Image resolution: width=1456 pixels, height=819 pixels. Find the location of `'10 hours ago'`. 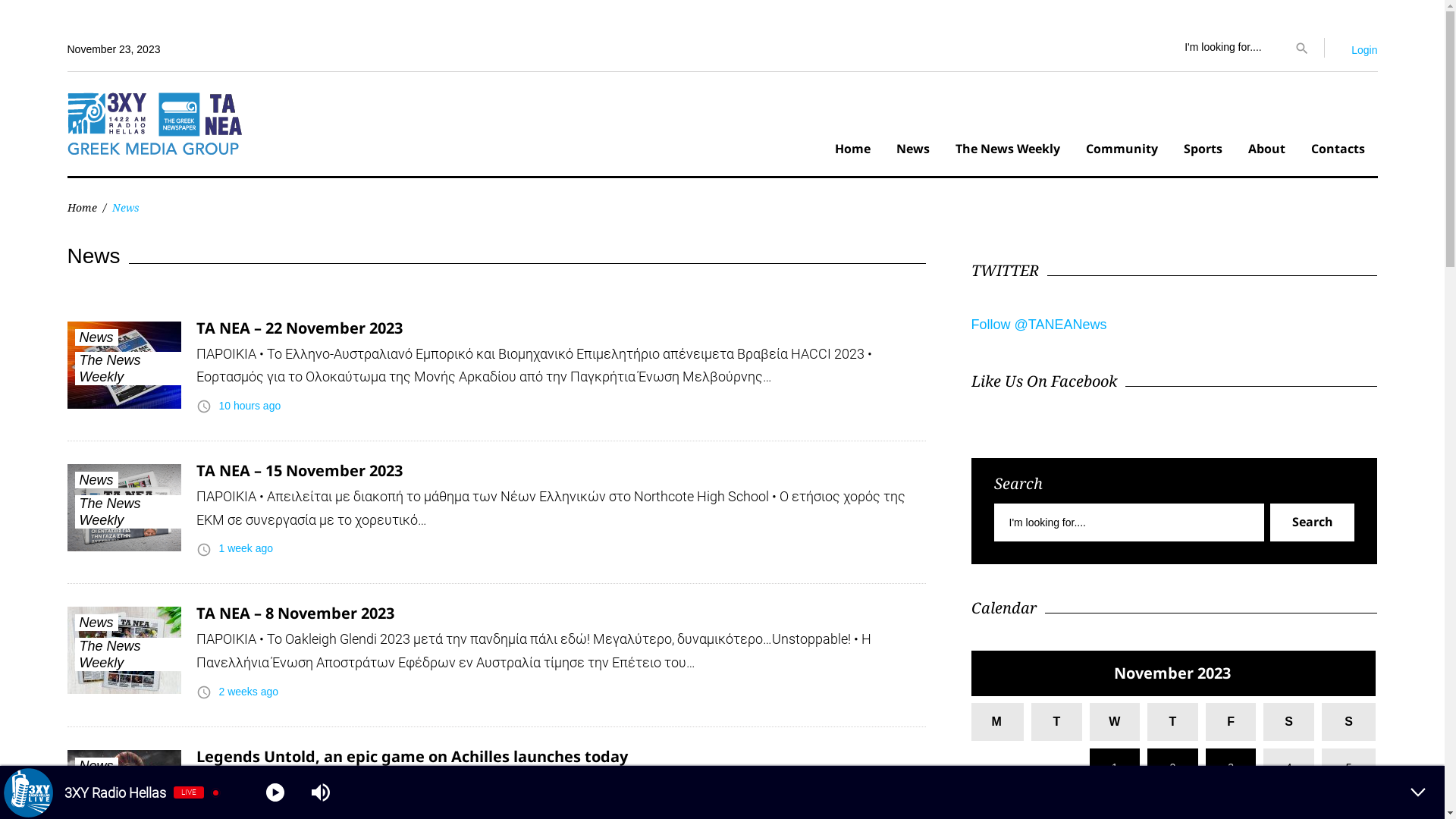

'10 hours ago' is located at coordinates (249, 405).